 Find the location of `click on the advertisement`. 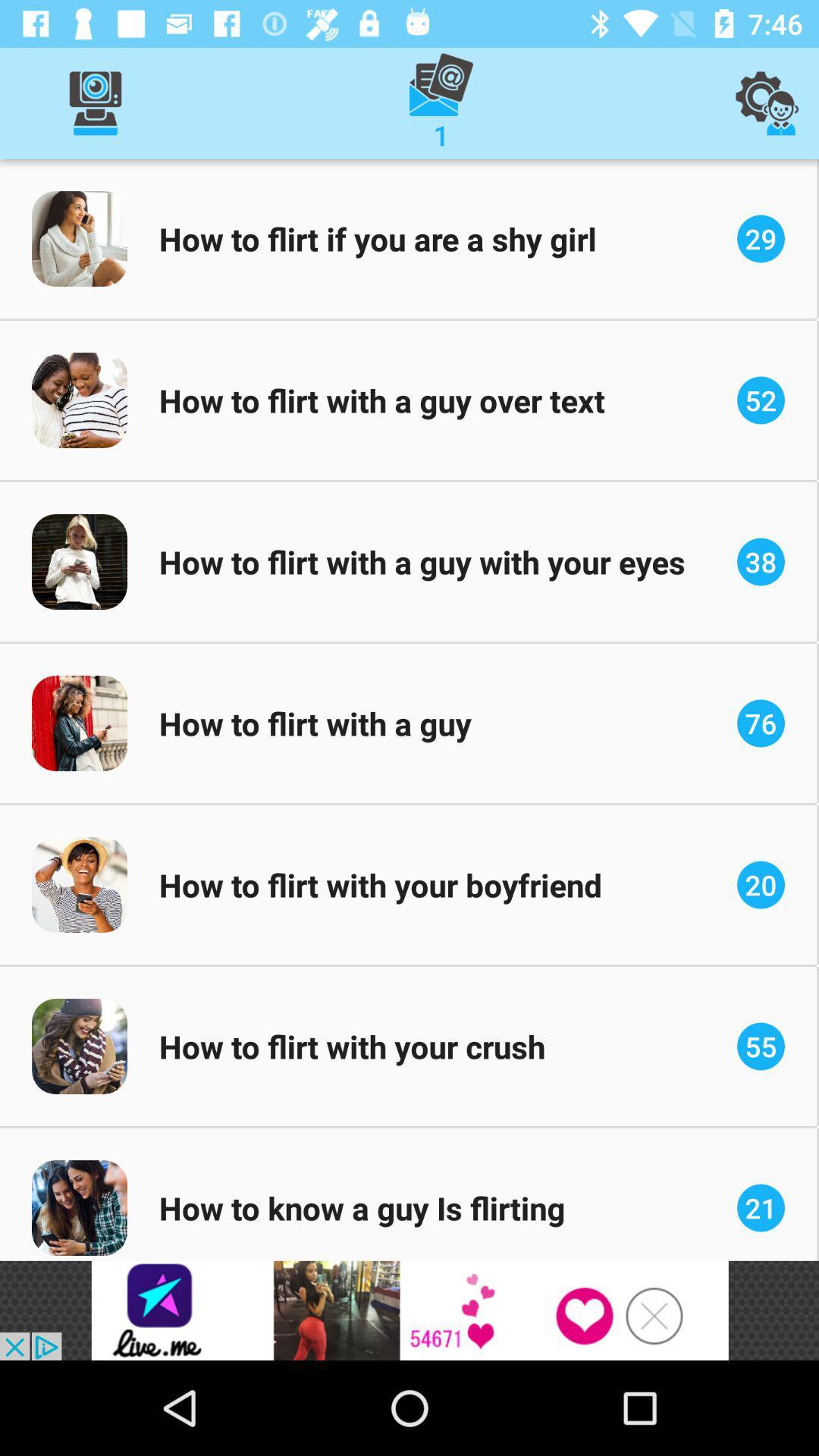

click on the advertisement is located at coordinates (409, 1310).